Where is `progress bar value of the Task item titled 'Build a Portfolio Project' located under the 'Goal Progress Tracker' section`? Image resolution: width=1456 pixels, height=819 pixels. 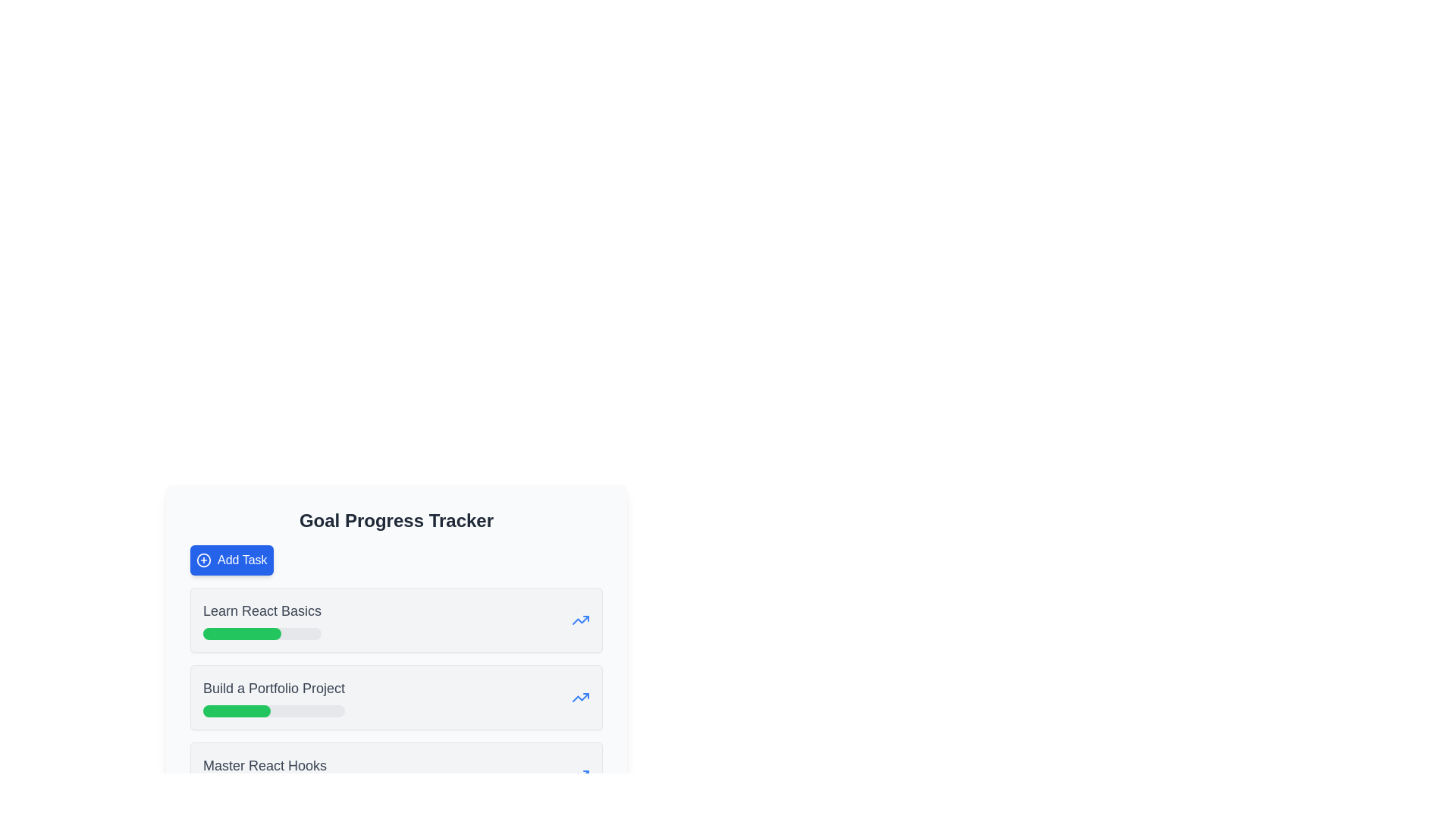
progress bar value of the Task item titled 'Build a Portfolio Project' located under the 'Goal Progress Tracker' section is located at coordinates (274, 698).